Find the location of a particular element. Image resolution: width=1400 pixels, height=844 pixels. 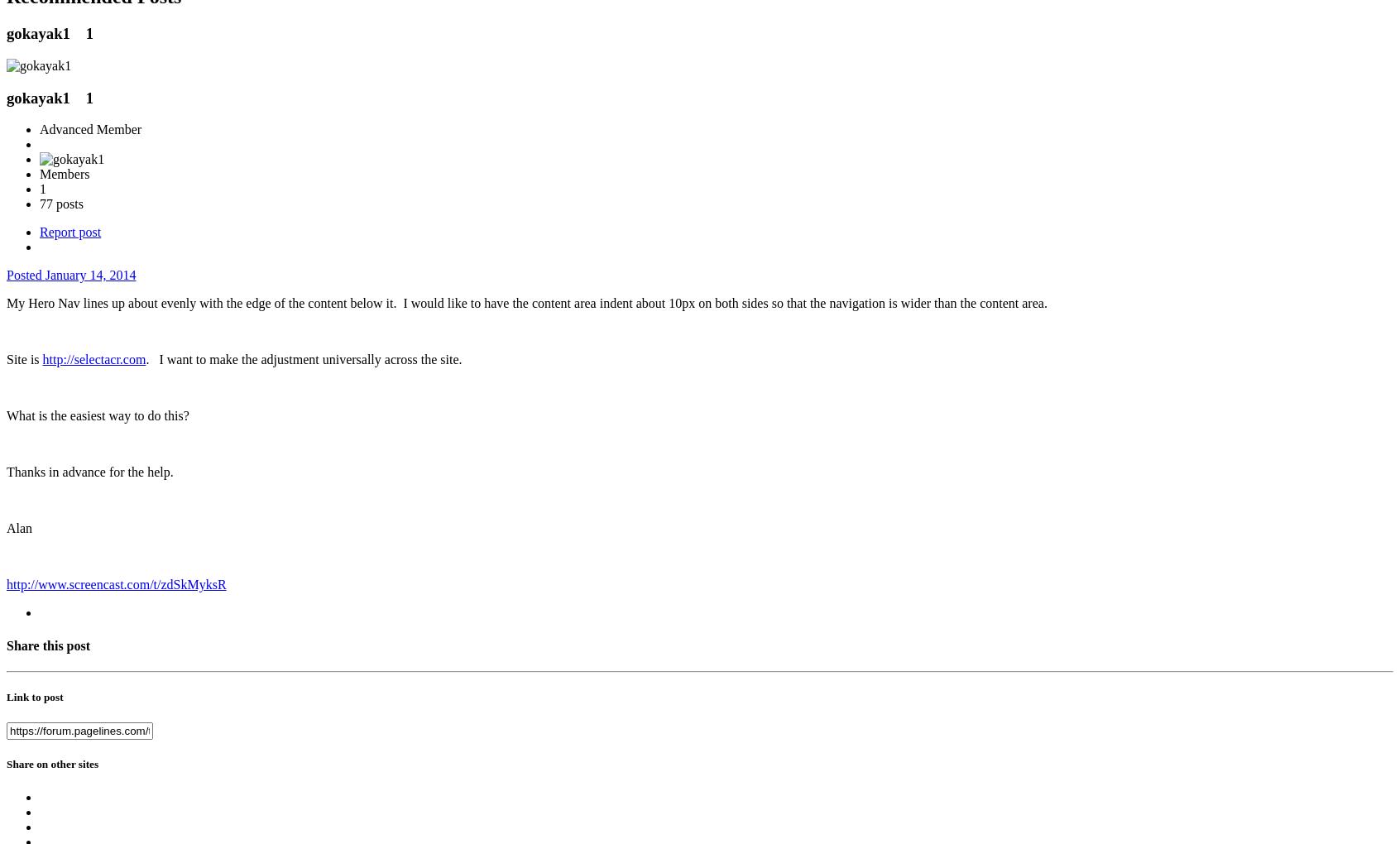

'What is the easiest way to do this?' is located at coordinates (97, 415).